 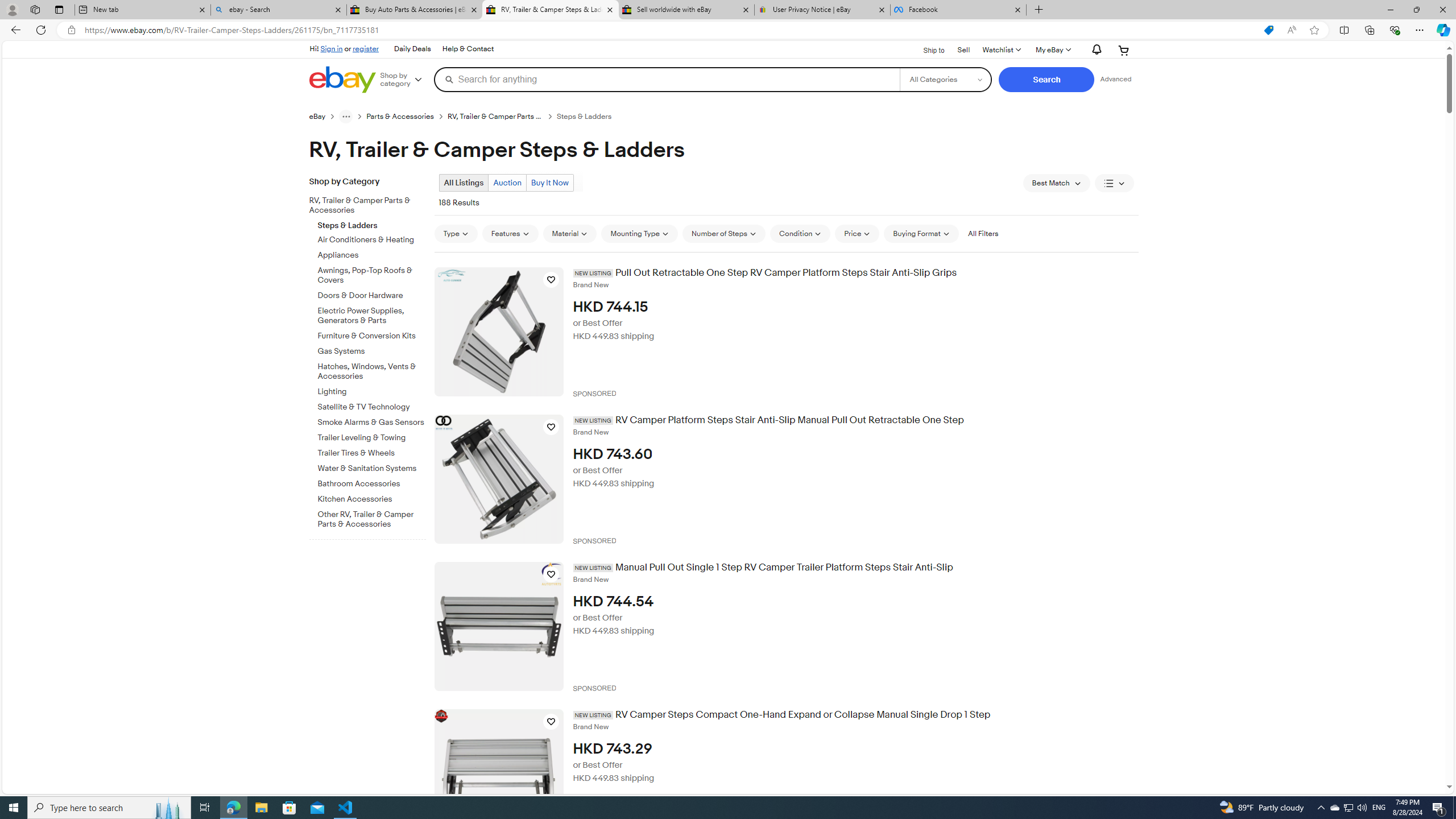 I want to click on 'Hatches, Windows, Vents & Accessories', so click(x=371, y=372).